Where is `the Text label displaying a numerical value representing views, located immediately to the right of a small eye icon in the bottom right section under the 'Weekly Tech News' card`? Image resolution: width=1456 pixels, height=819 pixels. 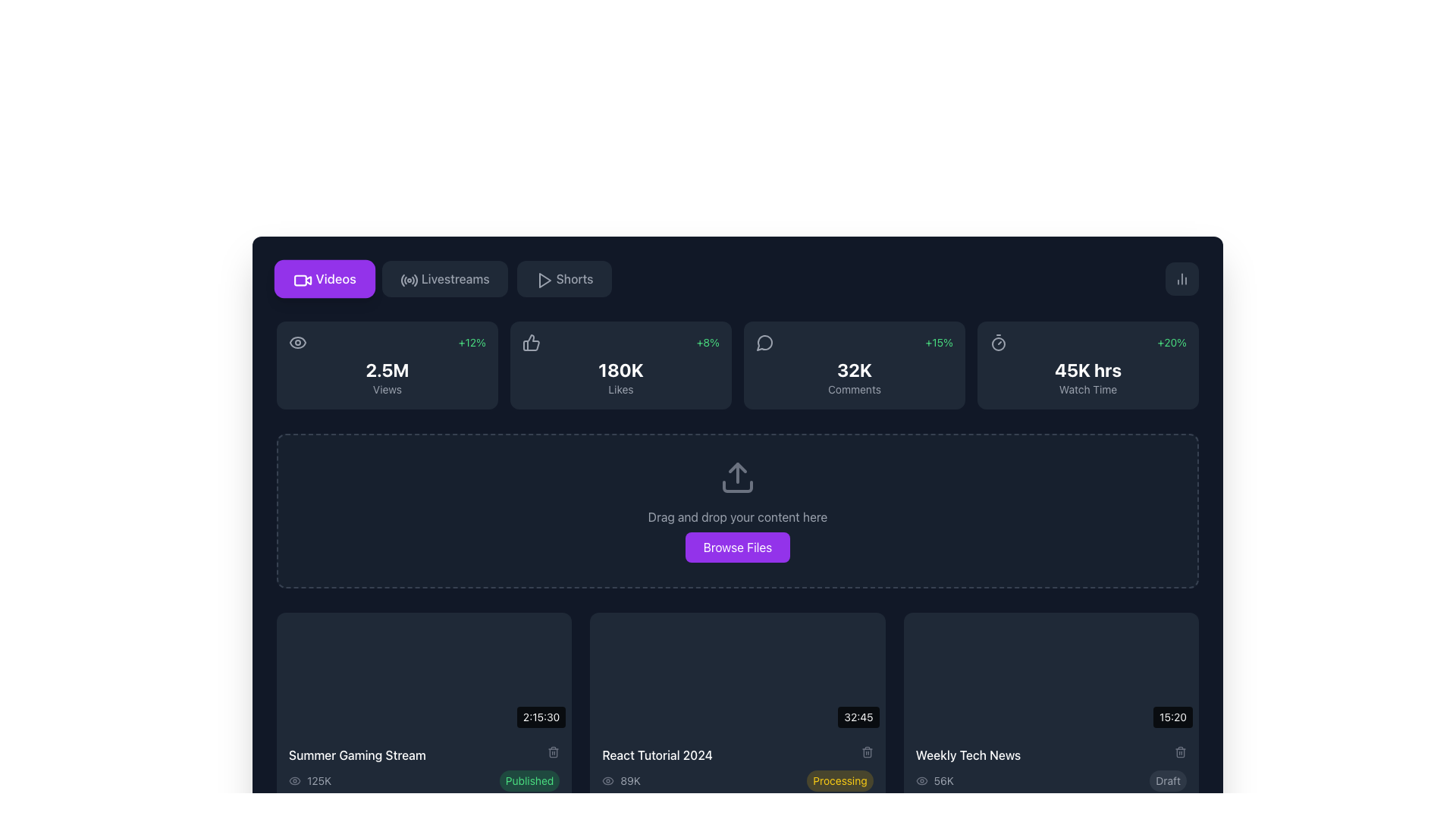 the Text label displaying a numerical value representing views, located immediately to the right of a small eye icon in the bottom right section under the 'Weekly Tech News' card is located at coordinates (943, 780).